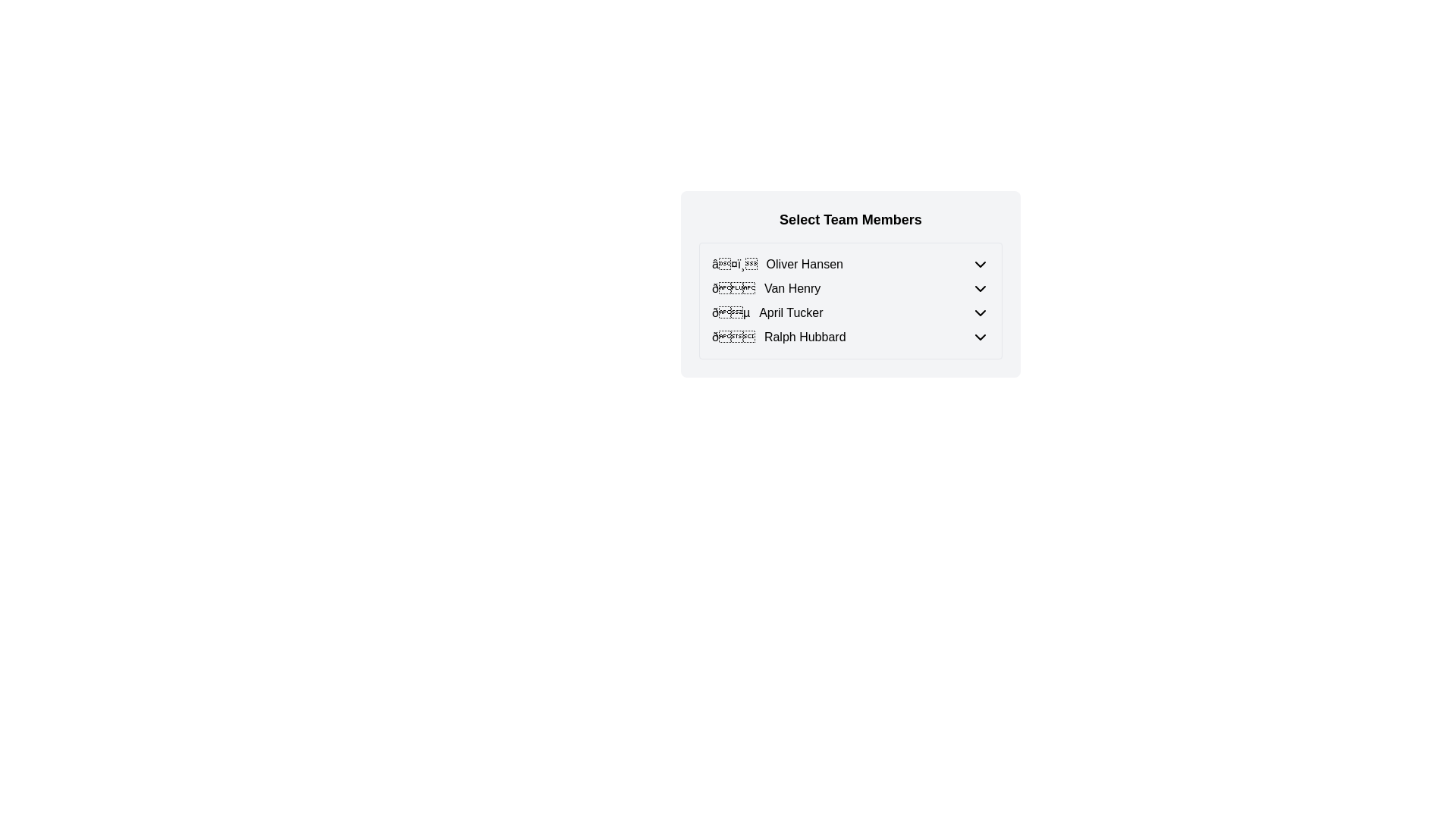  Describe the element at coordinates (792, 289) in the screenshot. I see `the content of the text label displaying 'Van Henry', which is the second item in the team members list, positioned below 'Oliver Hansen'` at that location.